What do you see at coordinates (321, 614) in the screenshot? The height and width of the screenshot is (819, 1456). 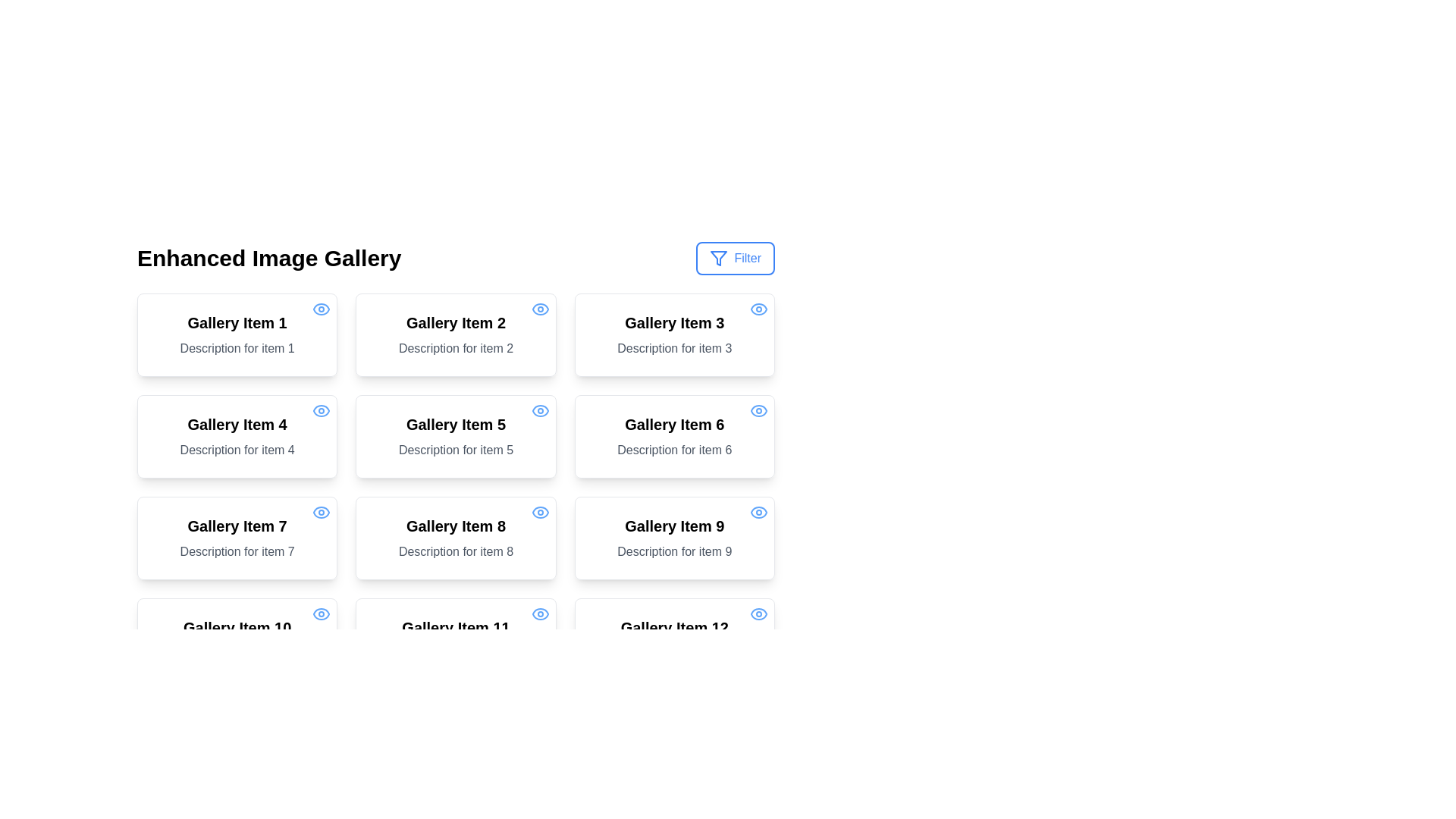 I see `the eye icon in the top-right corner of the card labeled 'Gallery Item 10'` at bounding box center [321, 614].